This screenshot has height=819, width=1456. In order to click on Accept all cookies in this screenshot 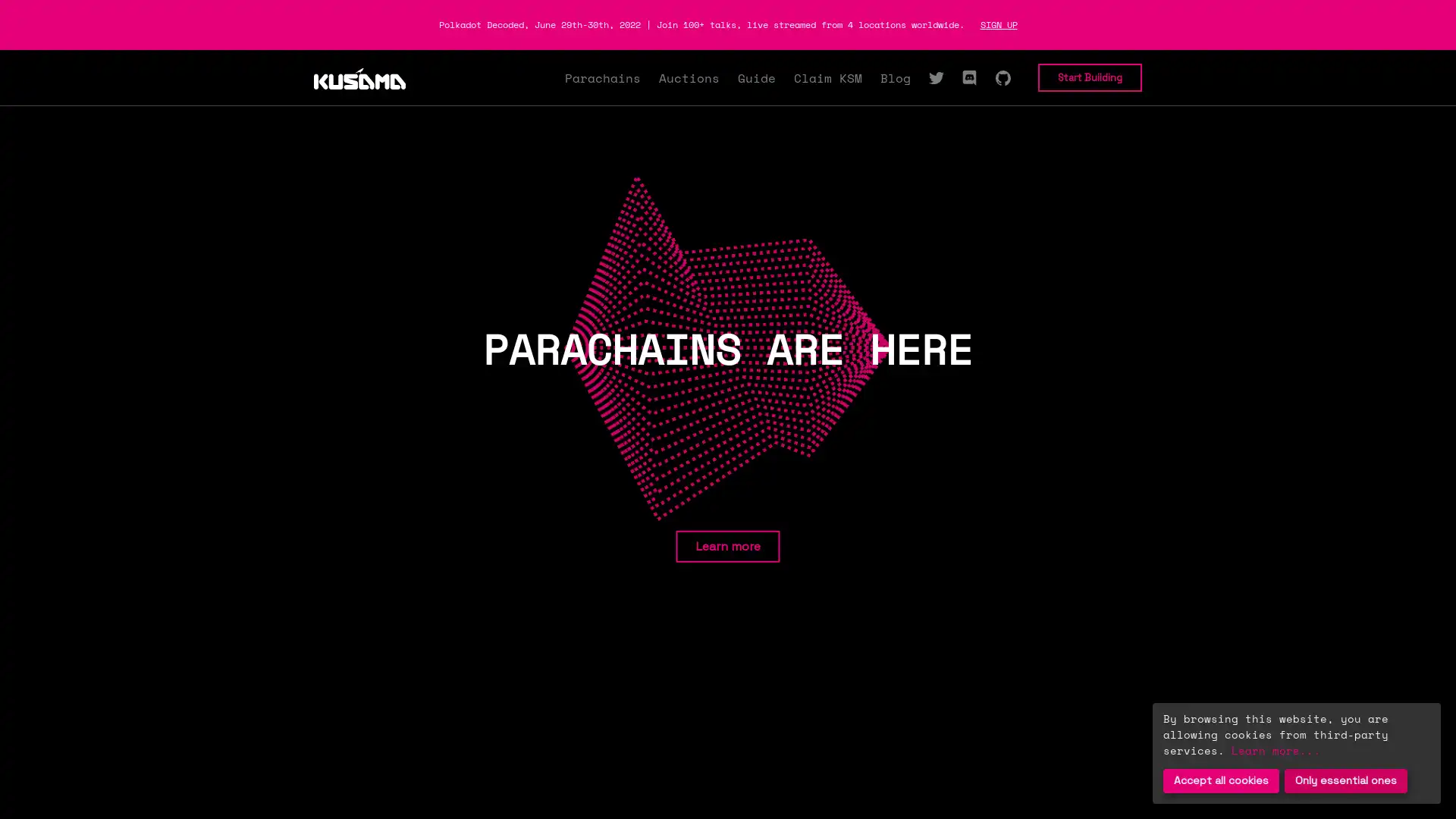, I will do `click(1221, 780)`.